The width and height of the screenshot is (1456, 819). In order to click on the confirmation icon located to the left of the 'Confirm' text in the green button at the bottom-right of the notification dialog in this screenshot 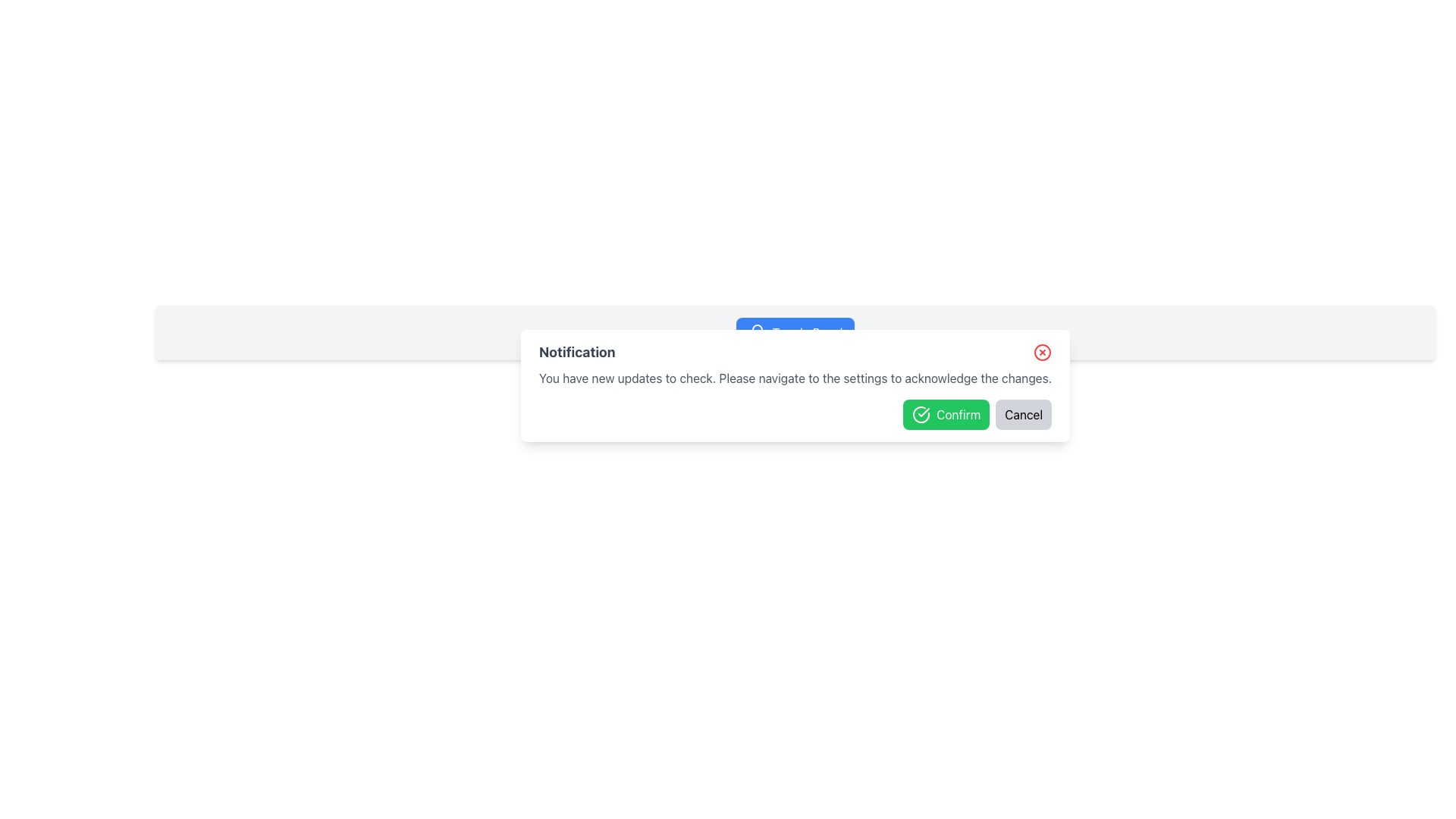, I will do `click(921, 415)`.